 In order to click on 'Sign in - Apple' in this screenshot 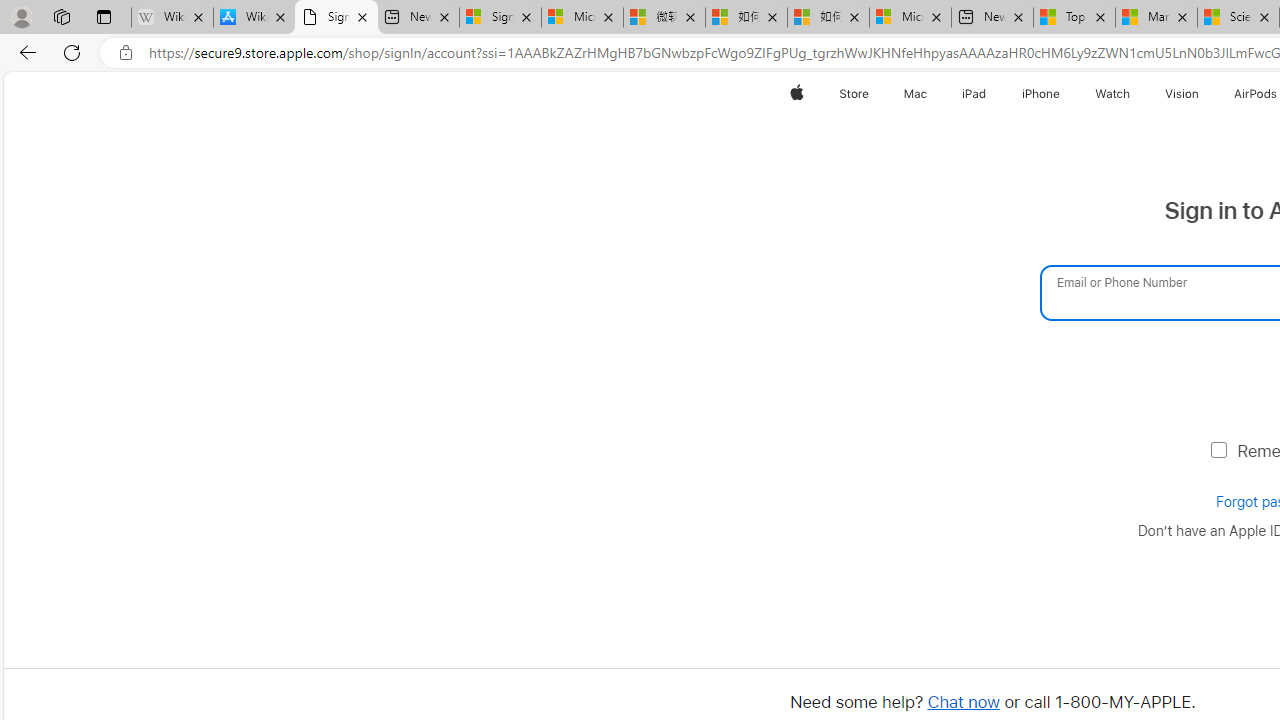, I will do `click(336, 17)`.